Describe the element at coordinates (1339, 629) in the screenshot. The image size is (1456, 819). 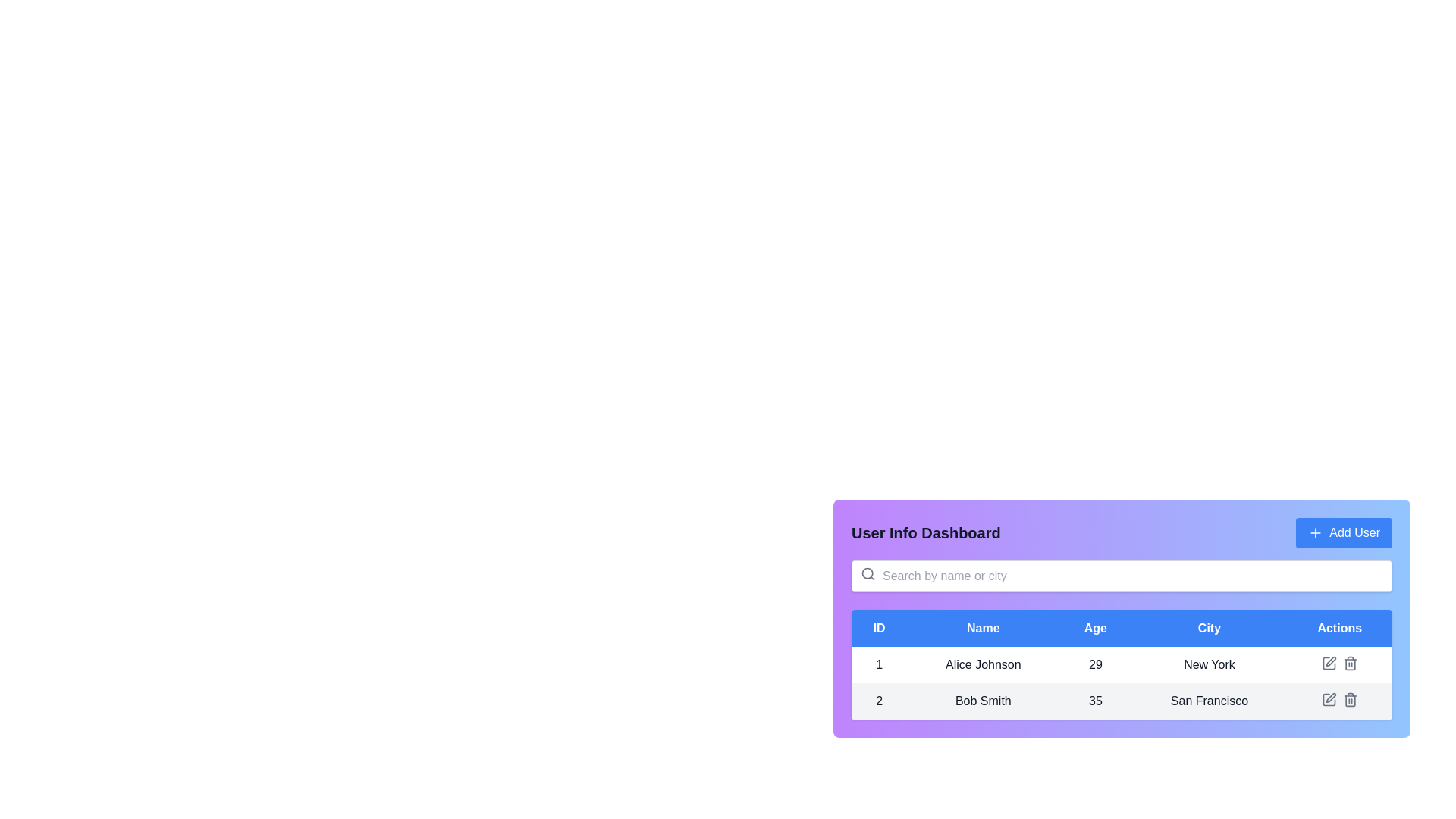
I see `the 'Actions' text label button with a blue background located at the center-right of the page, in the header row of the data table` at that location.